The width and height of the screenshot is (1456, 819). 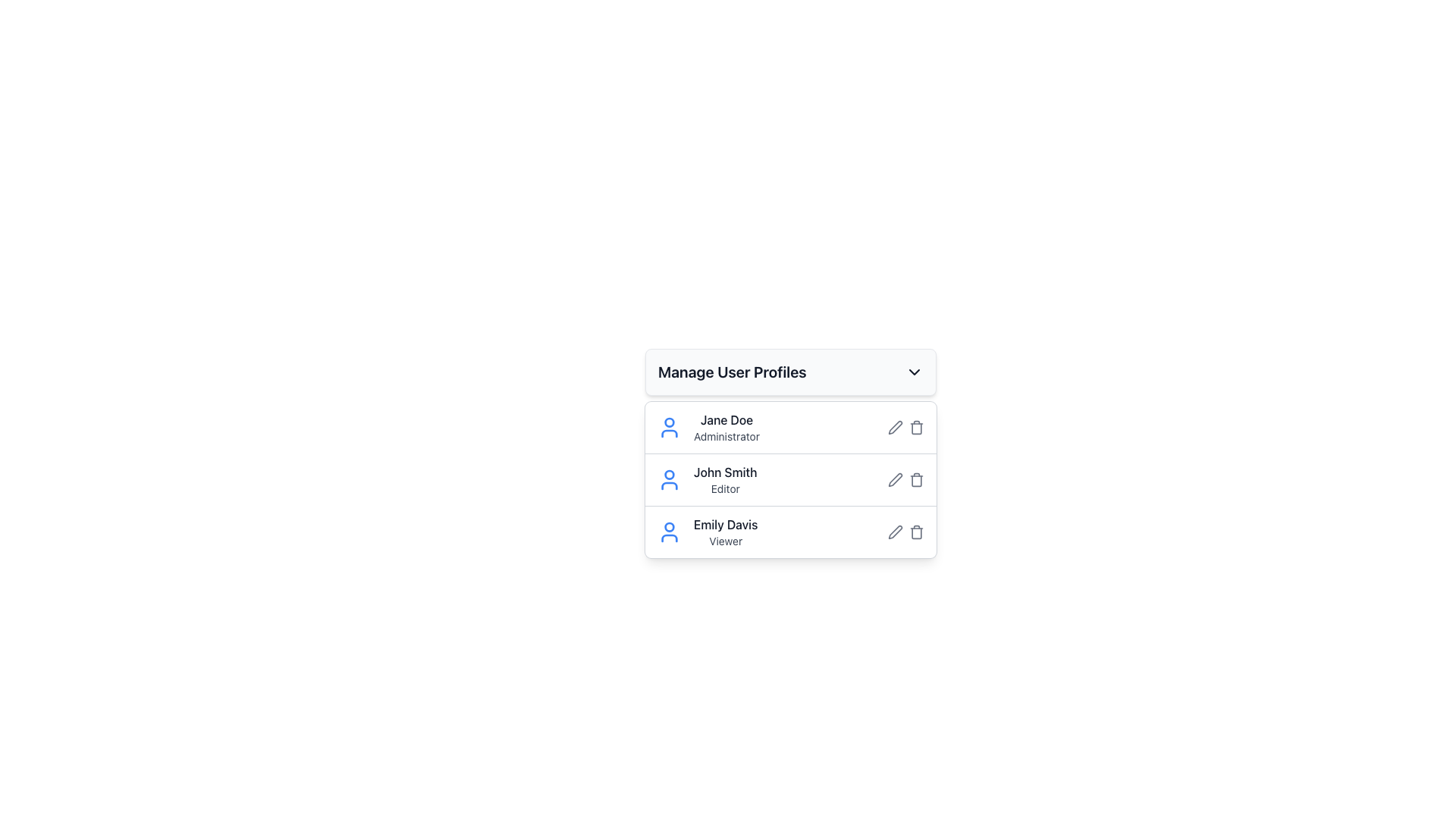 I want to click on the text label displaying 'Emily Davis' and 'Viewer', so click(x=724, y=532).